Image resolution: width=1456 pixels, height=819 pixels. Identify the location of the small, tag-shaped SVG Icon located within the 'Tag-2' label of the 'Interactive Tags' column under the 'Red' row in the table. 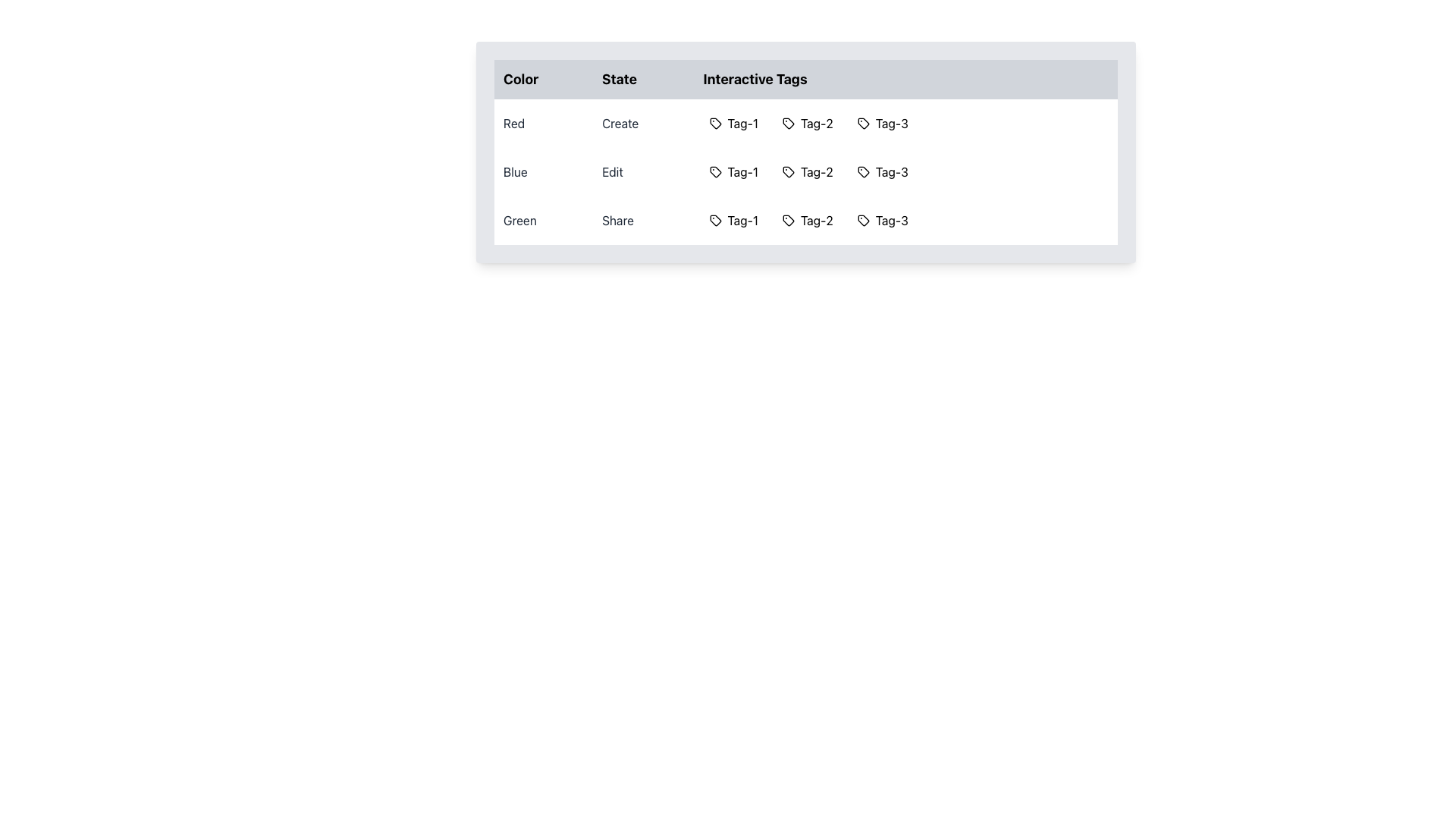
(787, 122).